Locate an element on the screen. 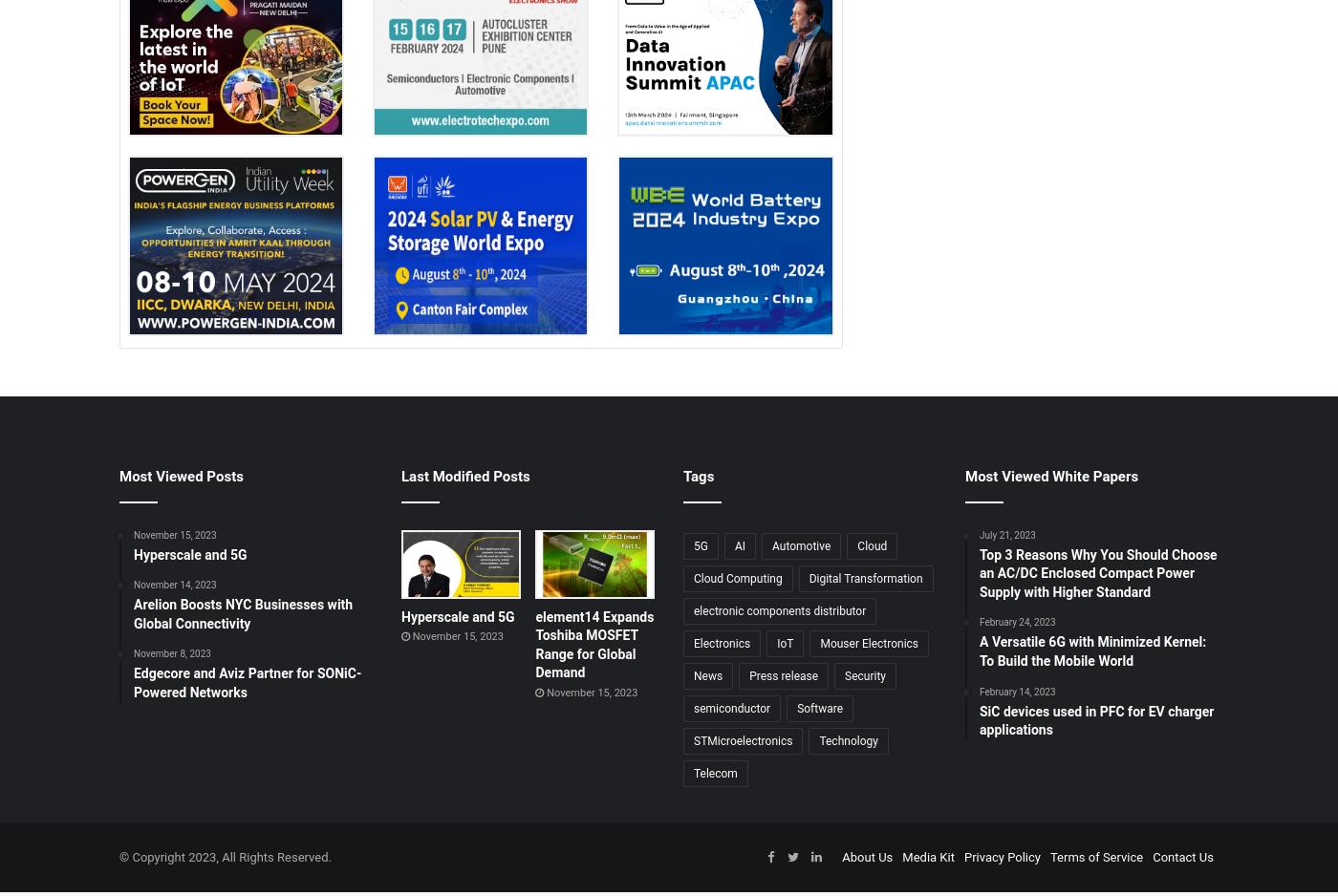 Image resolution: width=1338 pixels, height=896 pixels. 'November 8, 2023' is located at coordinates (171, 653).